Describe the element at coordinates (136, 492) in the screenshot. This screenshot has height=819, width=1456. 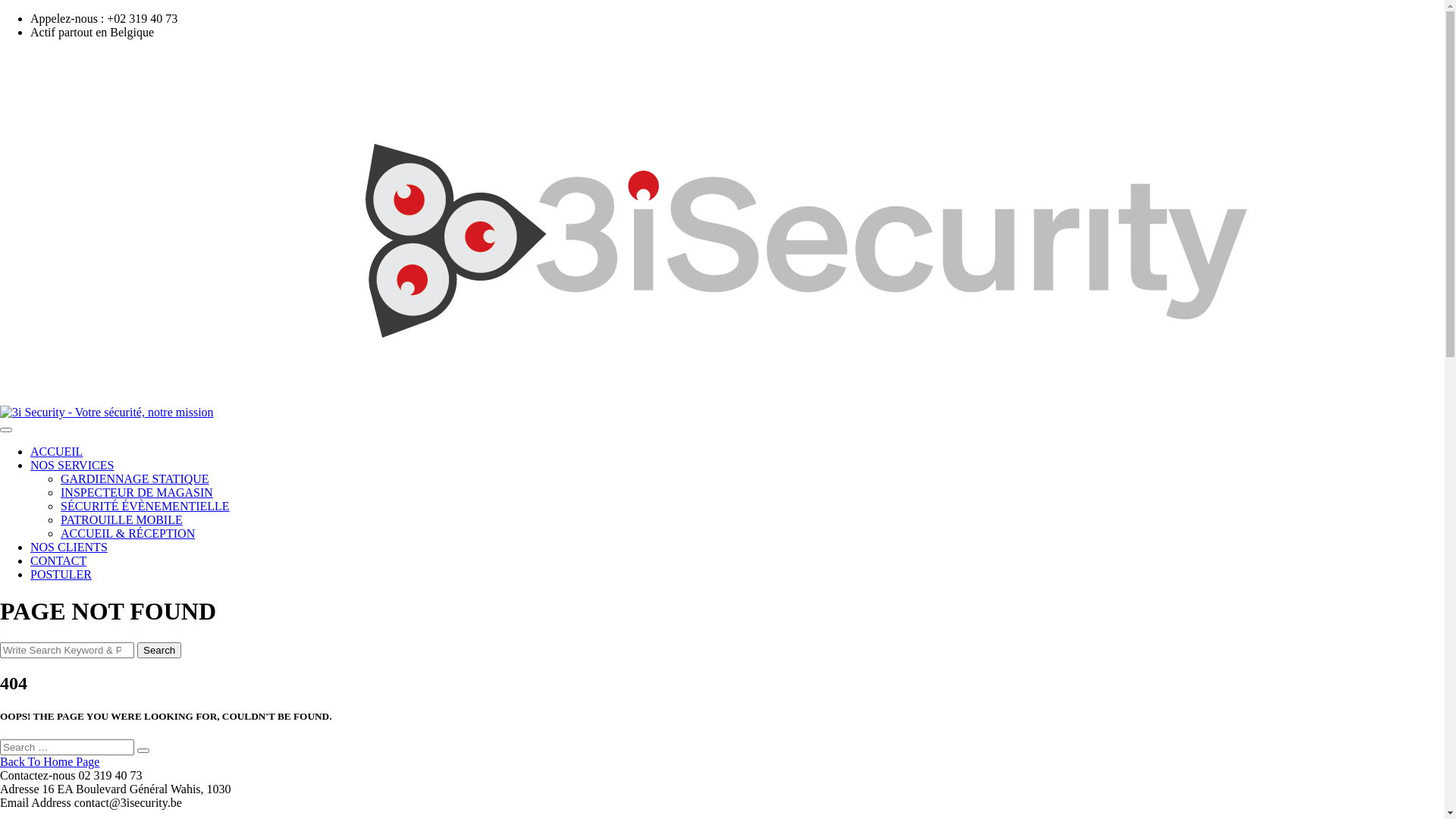
I see `'INSPECTEUR DE MAGASIN'` at that location.